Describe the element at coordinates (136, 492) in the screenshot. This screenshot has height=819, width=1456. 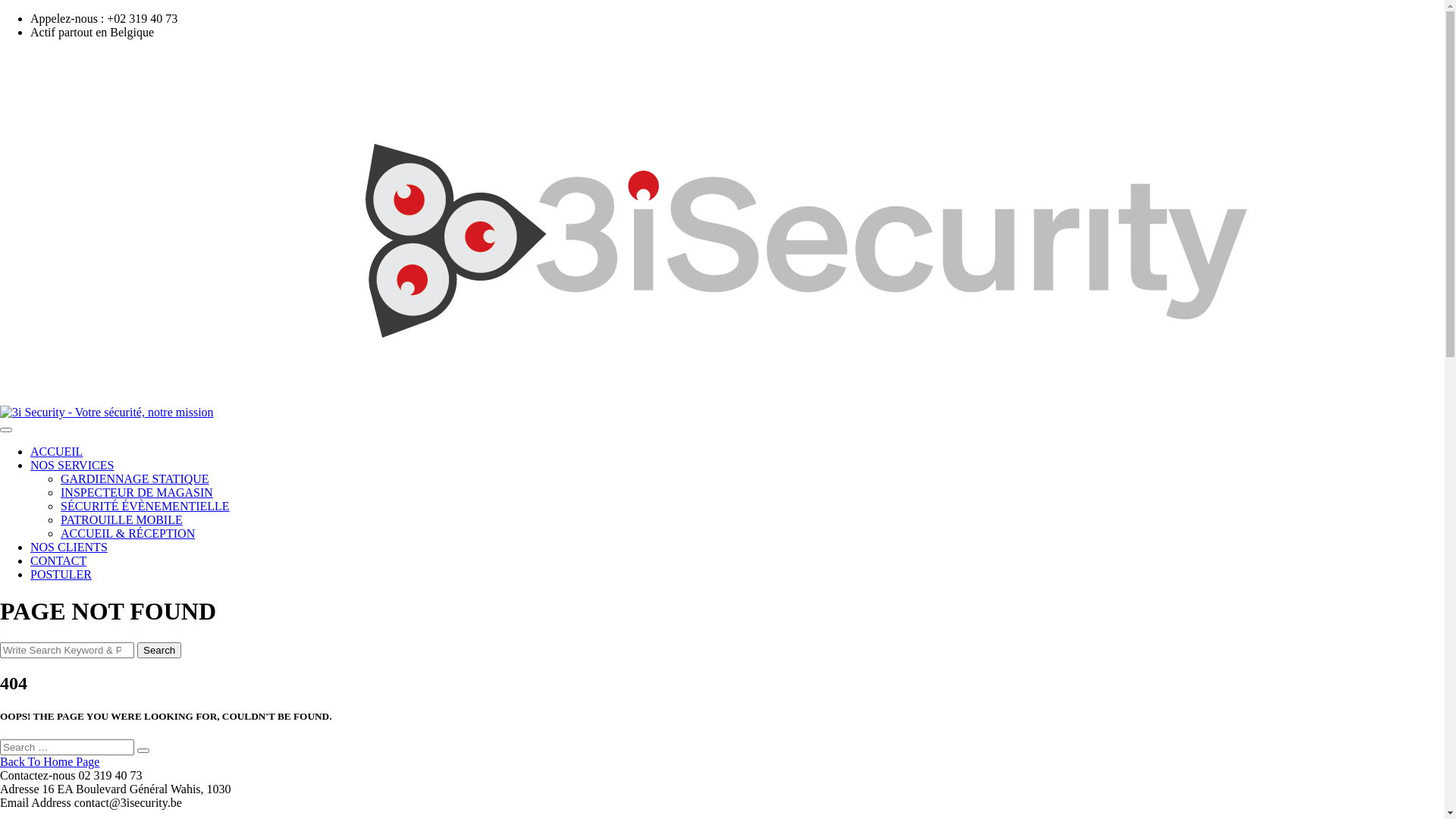
I see `'INSPECTEUR DE MAGASIN'` at that location.